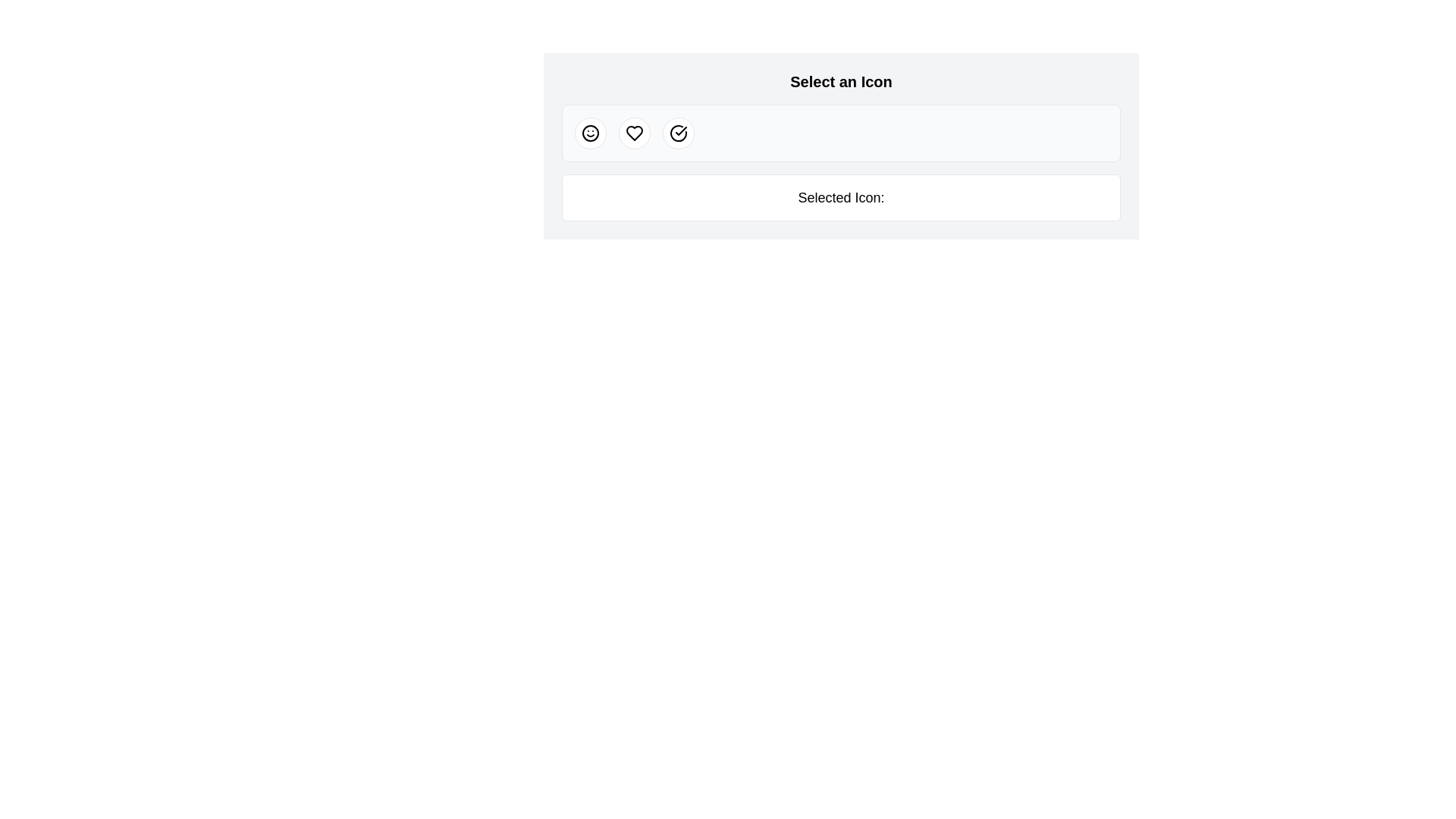 This screenshot has height=819, width=1456. What do you see at coordinates (634, 133) in the screenshot?
I see `the heart icon outlined with black strokes, which is the second icon in a horizontal list of three icons` at bounding box center [634, 133].